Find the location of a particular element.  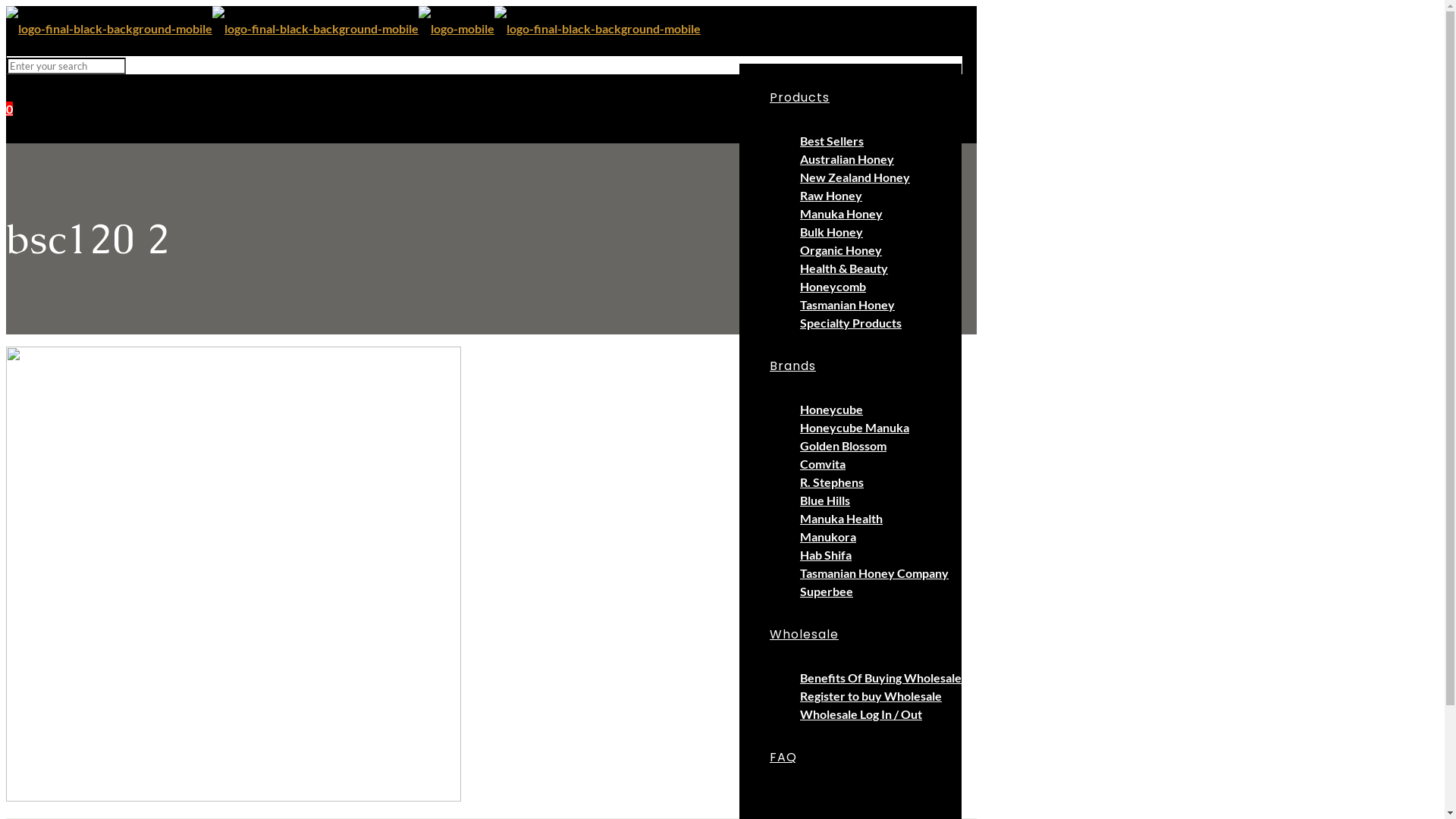

'Register to buy Wholesale' is located at coordinates (871, 695).